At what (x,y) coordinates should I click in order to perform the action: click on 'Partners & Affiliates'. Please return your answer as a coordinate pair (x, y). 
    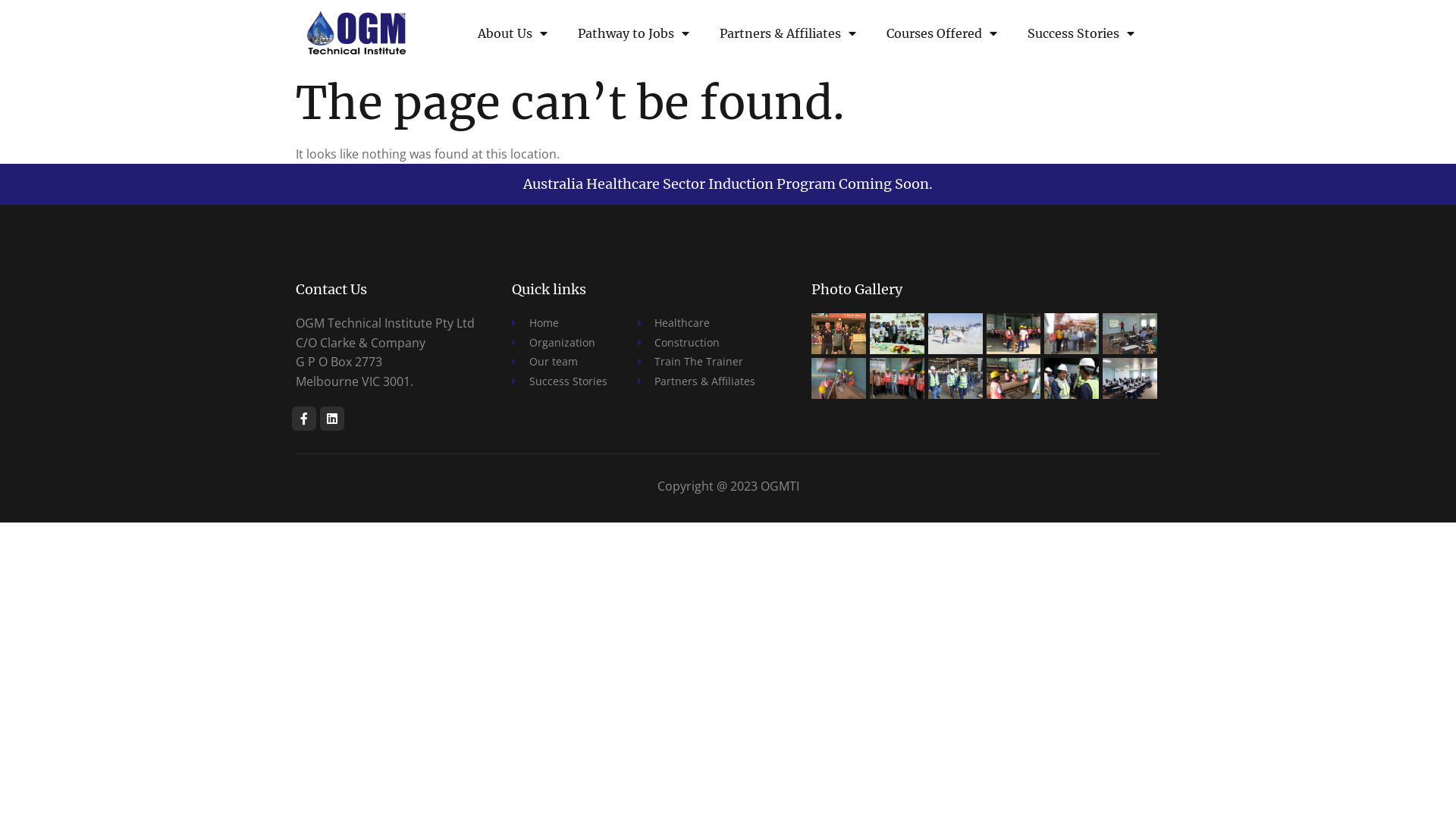
    Looking at the image, I should click on (704, 33).